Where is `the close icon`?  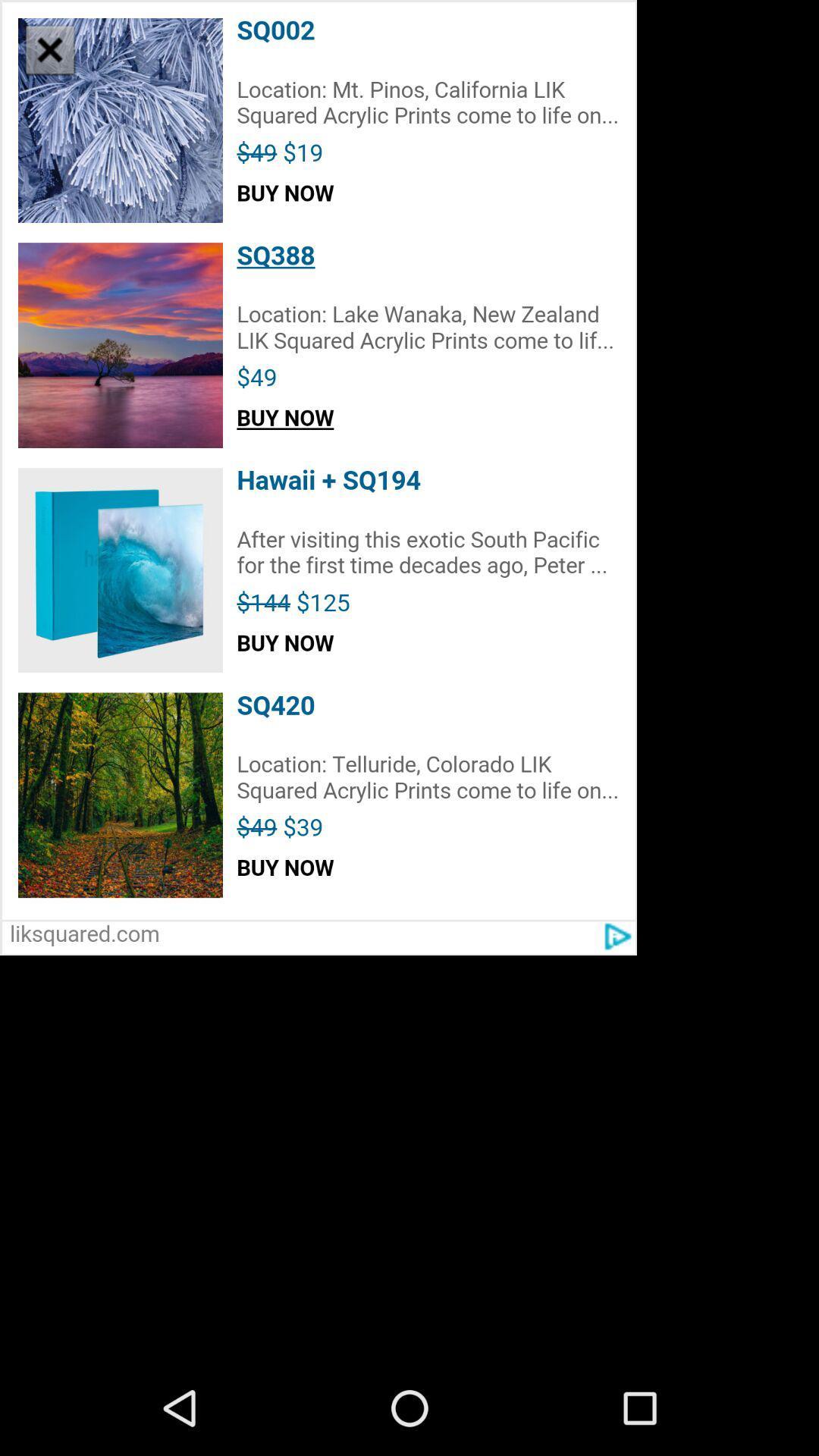
the close icon is located at coordinates (49, 53).